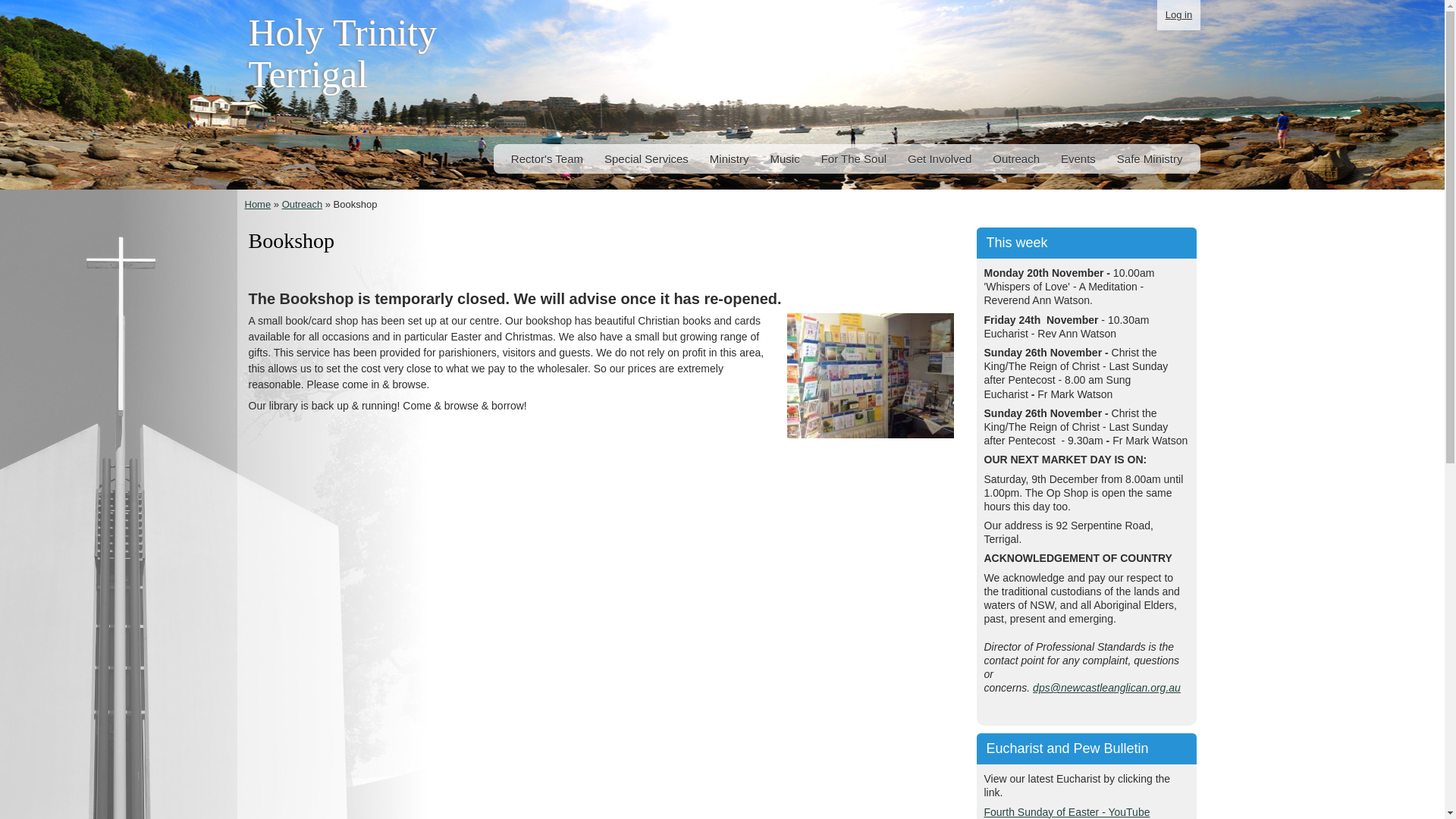  Describe the element at coordinates (546, 158) in the screenshot. I see `'Rector's Team'` at that location.